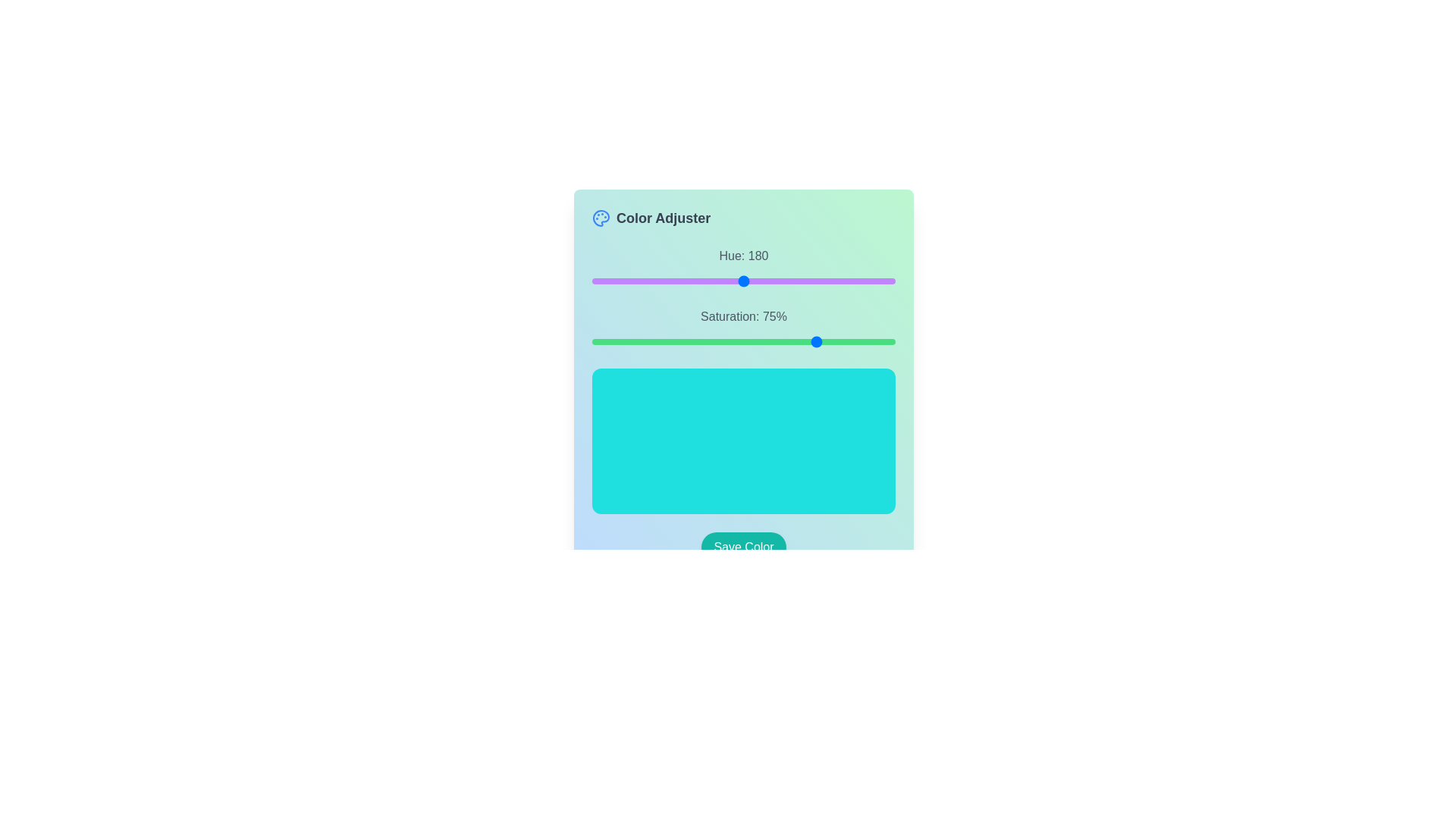  What do you see at coordinates (756, 342) in the screenshot?
I see `saturation` at bounding box center [756, 342].